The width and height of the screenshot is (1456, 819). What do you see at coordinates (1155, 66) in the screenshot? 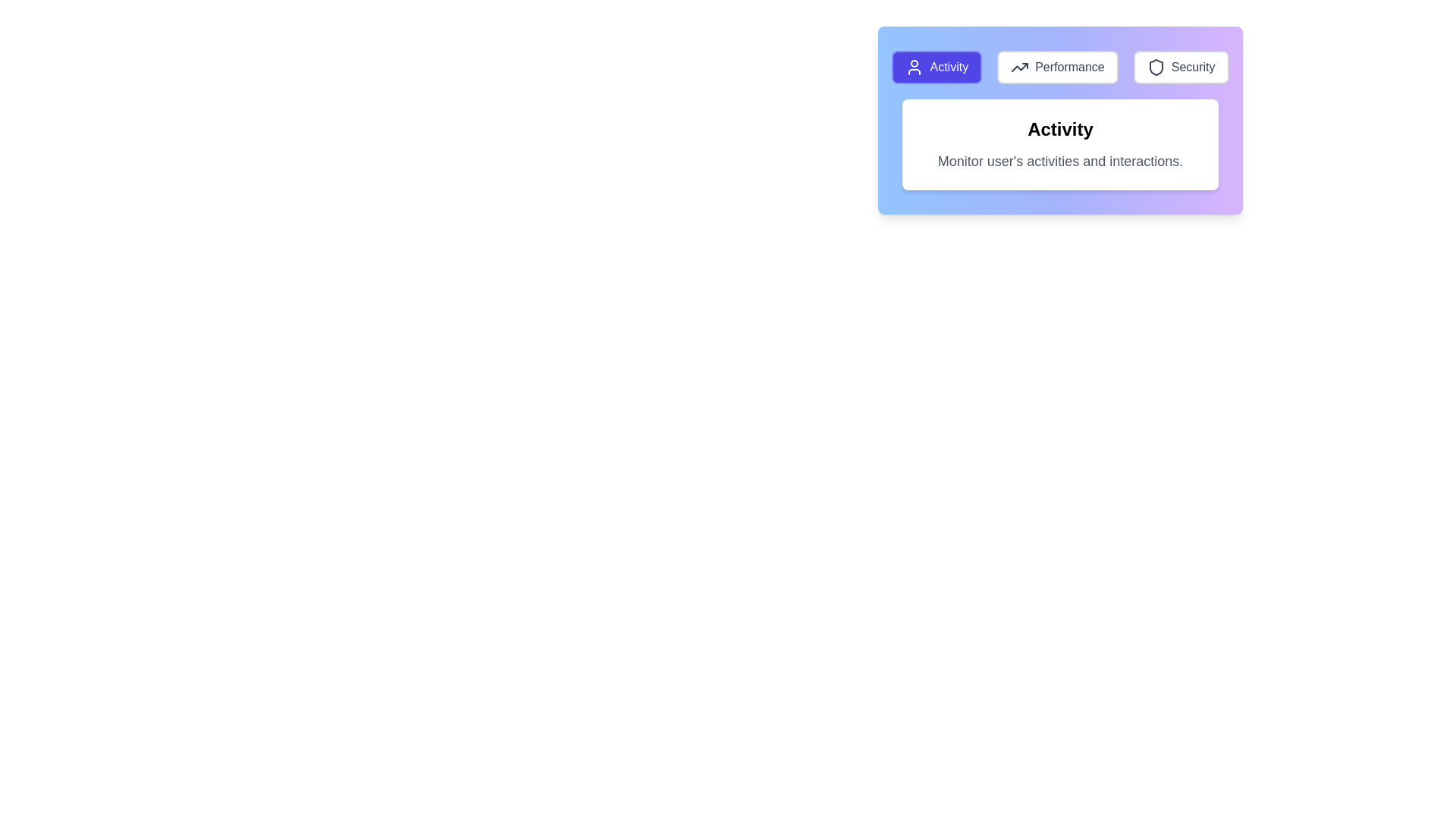
I see `the shield icon located at the top-right corner of the interface, next to the 'Security' button` at bounding box center [1155, 66].